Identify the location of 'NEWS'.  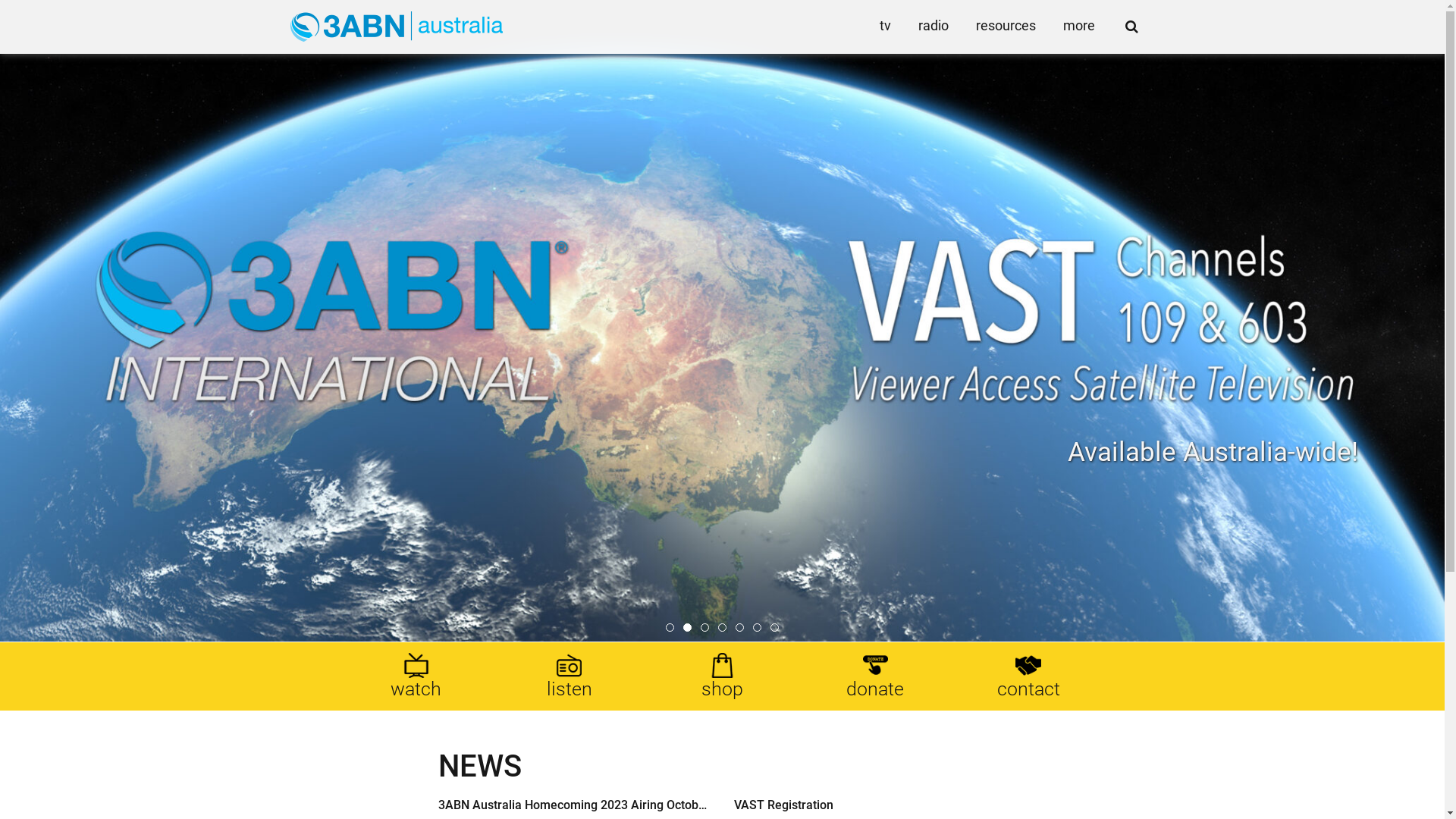
(479, 766).